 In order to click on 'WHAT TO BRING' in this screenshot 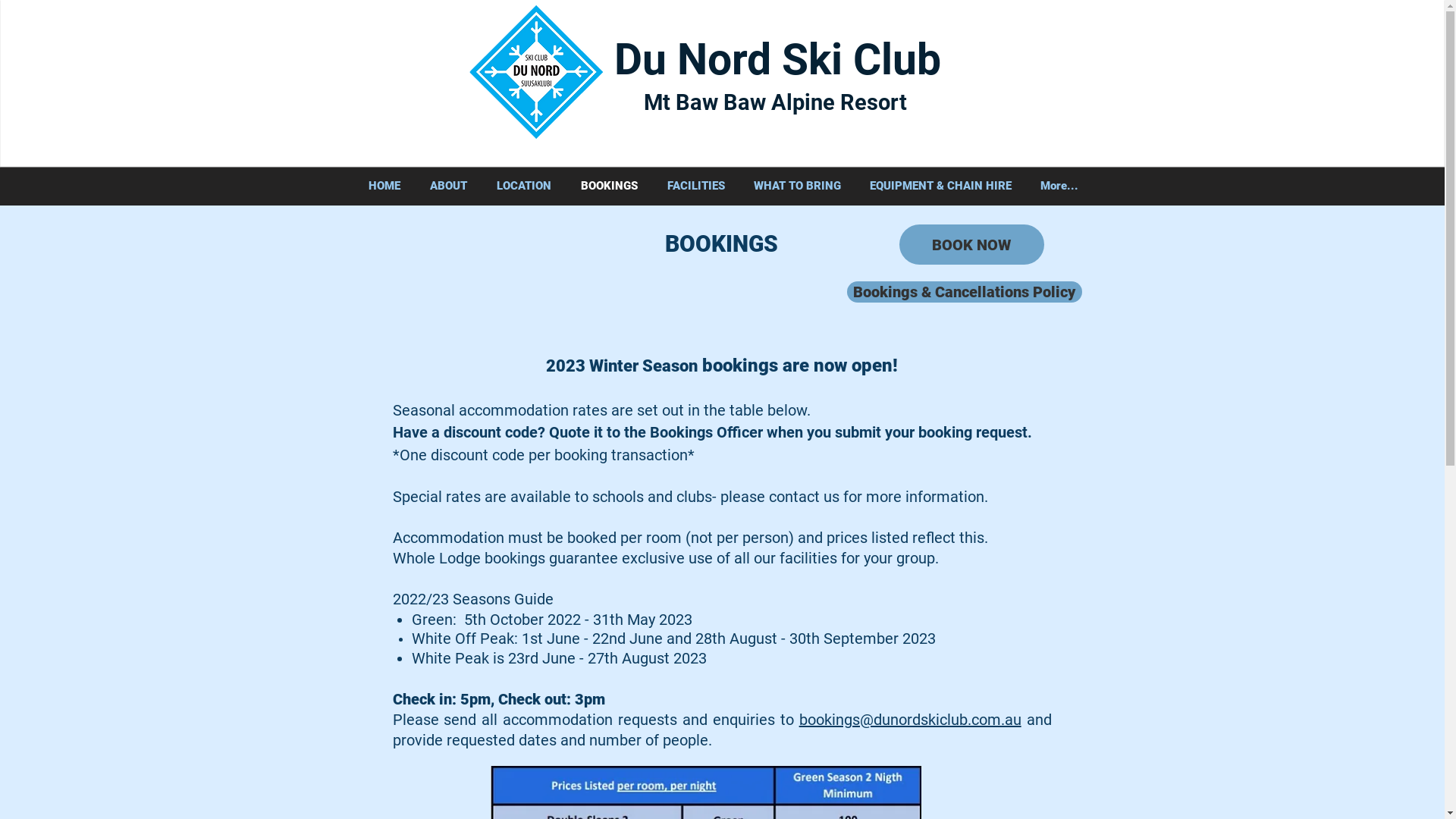, I will do `click(795, 185)`.